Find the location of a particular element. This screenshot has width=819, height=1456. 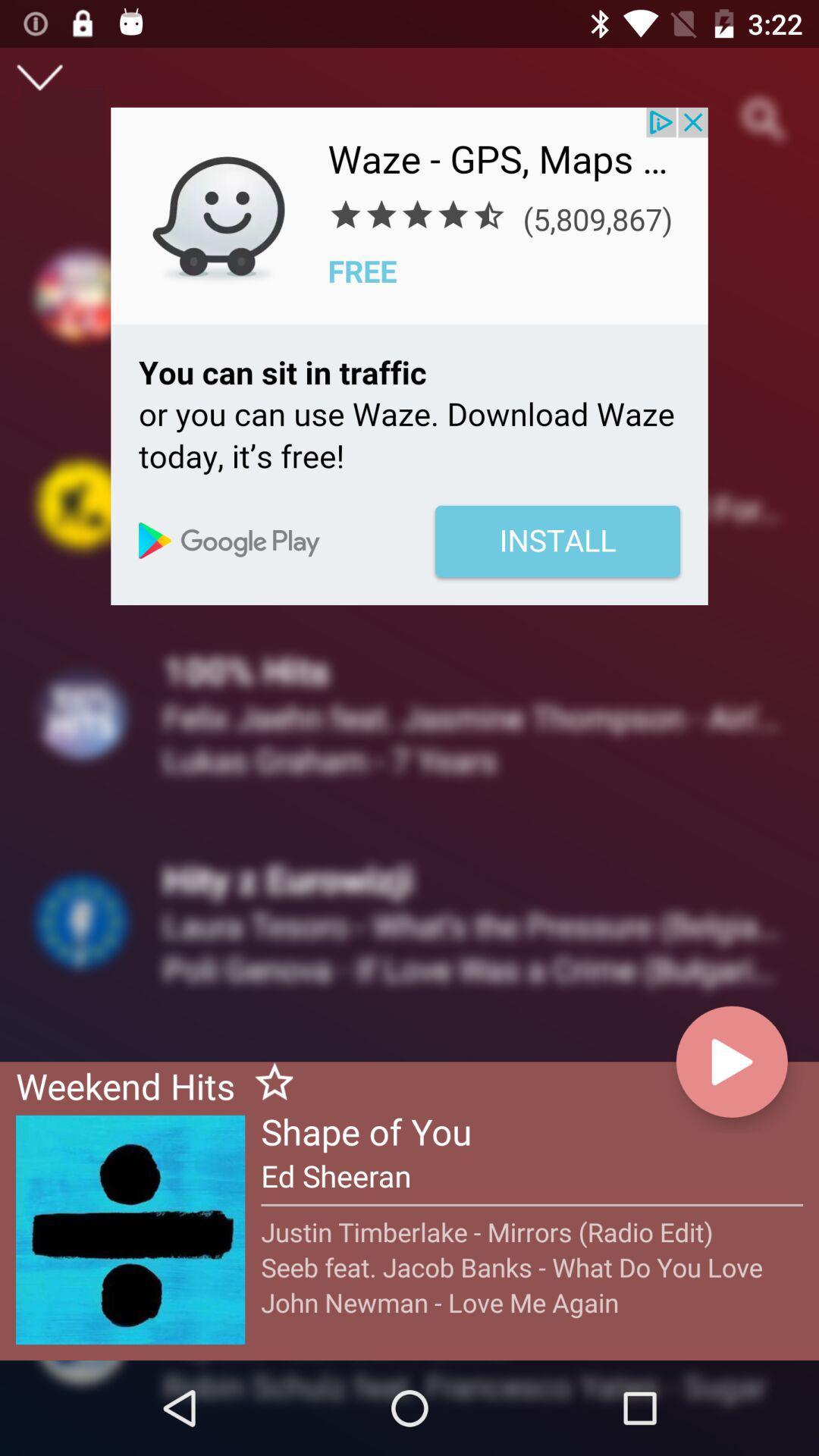

favourite icon is located at coordinates (267, 1084).